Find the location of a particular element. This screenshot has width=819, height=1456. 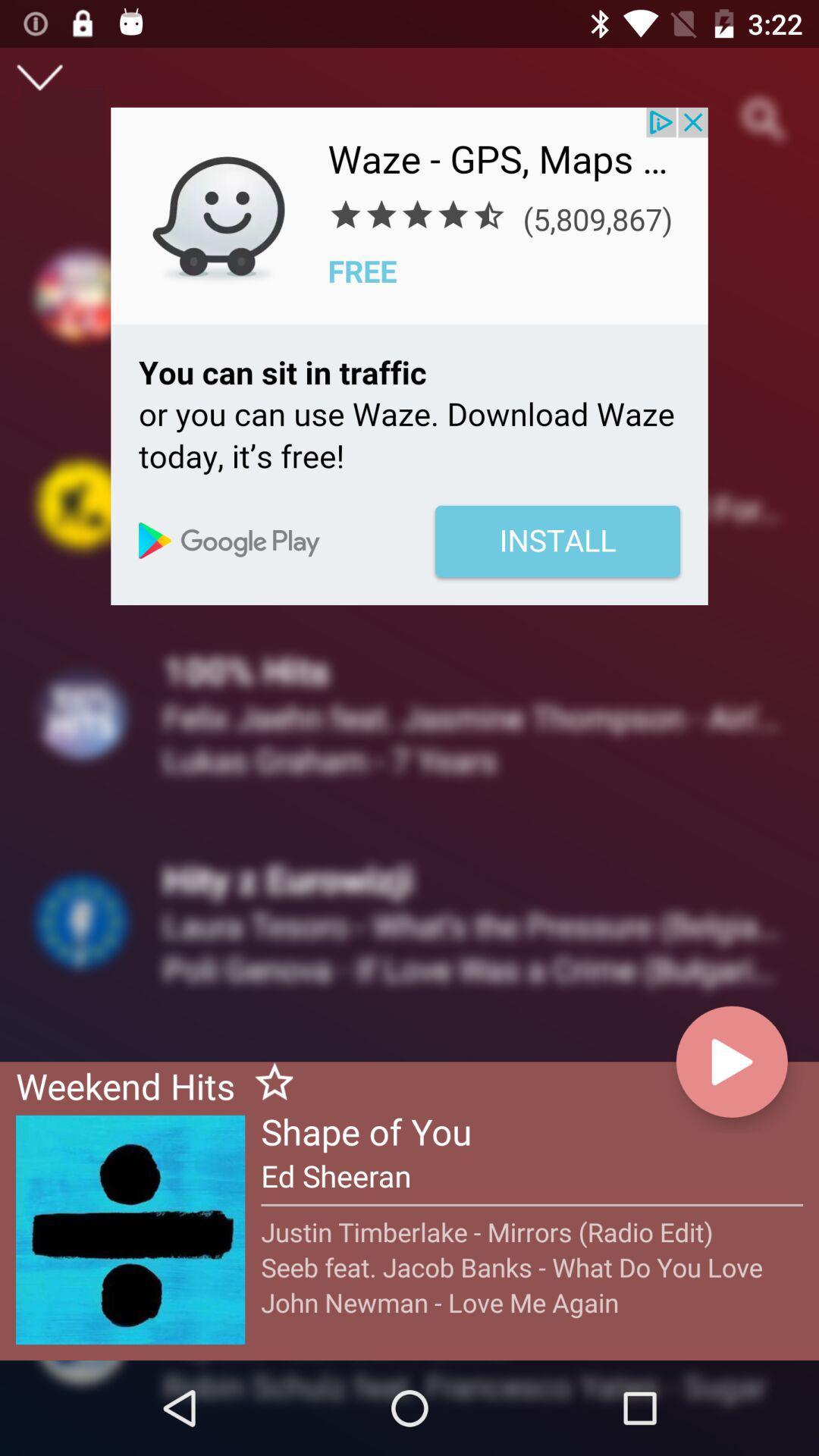

favourite icon is located at coordinates (267, 1084).